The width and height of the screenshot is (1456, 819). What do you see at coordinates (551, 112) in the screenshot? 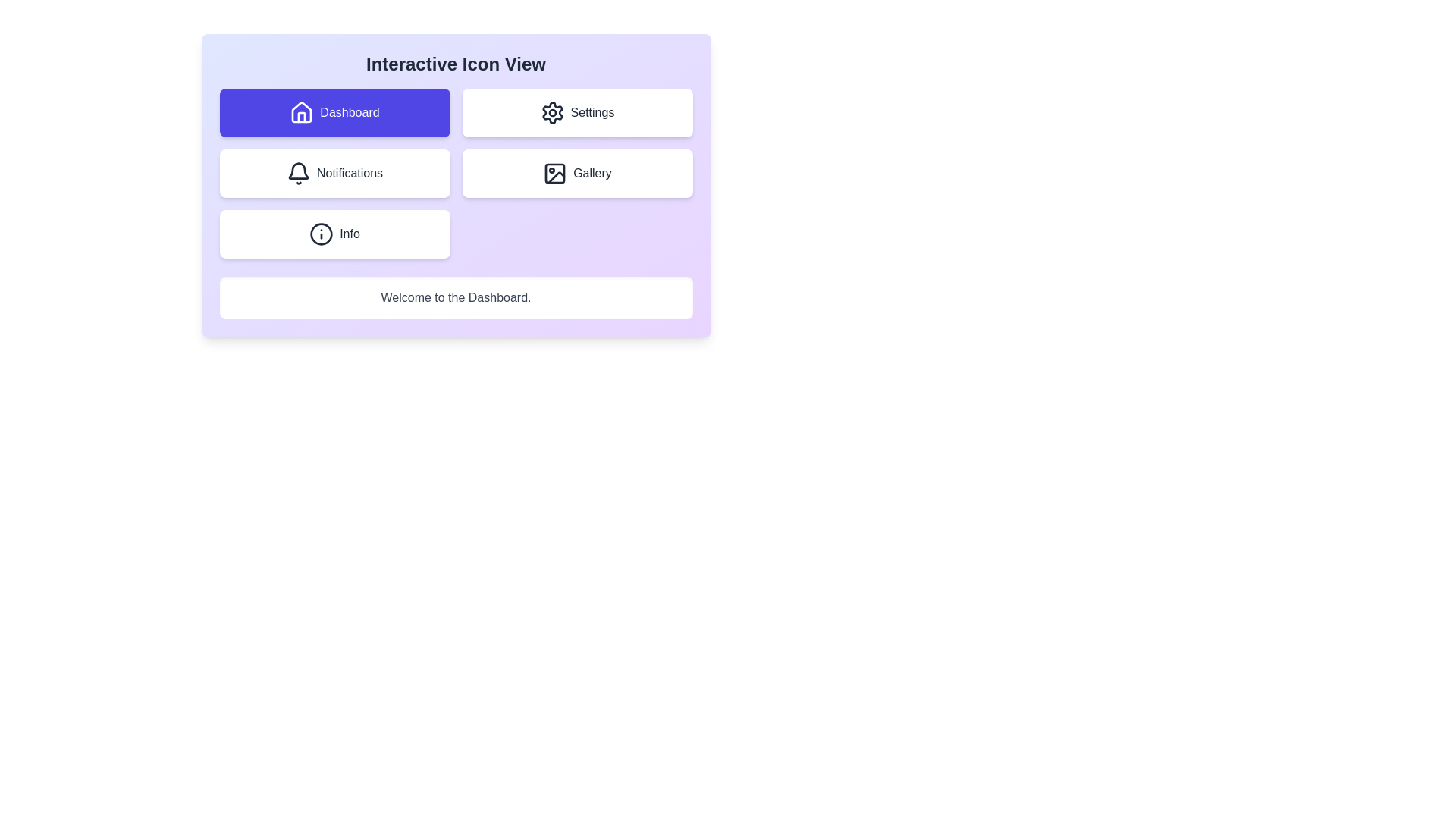
I see `the vibrant gear-shaped icon labeled 'Settings' in the top right quadrant of the application interface` at bounding box center [551, 112].